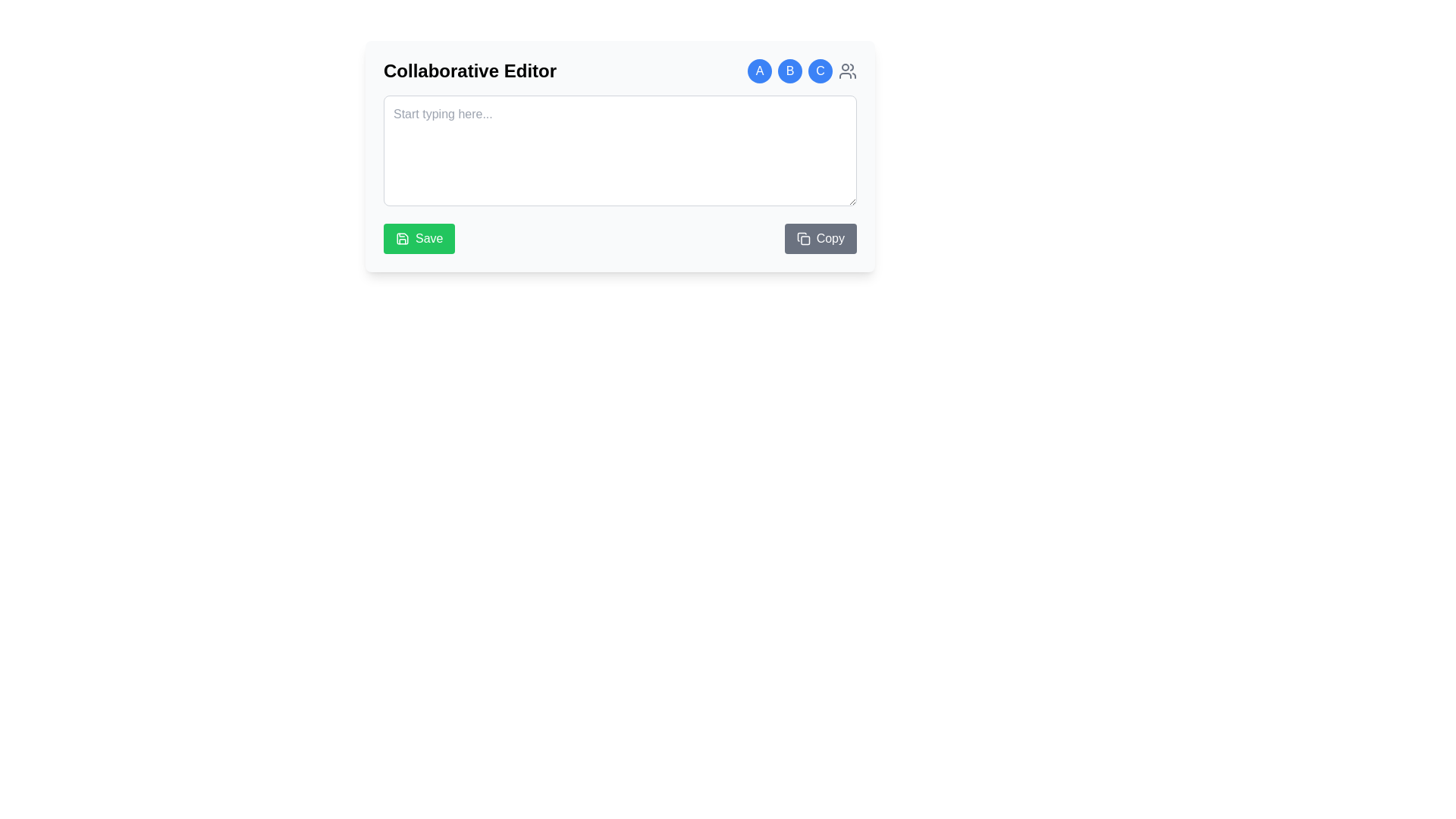  What do you see at coordinates (419, 239) in the screenshot?
I see `keyboard navigation` at bounding box center [419, 239].